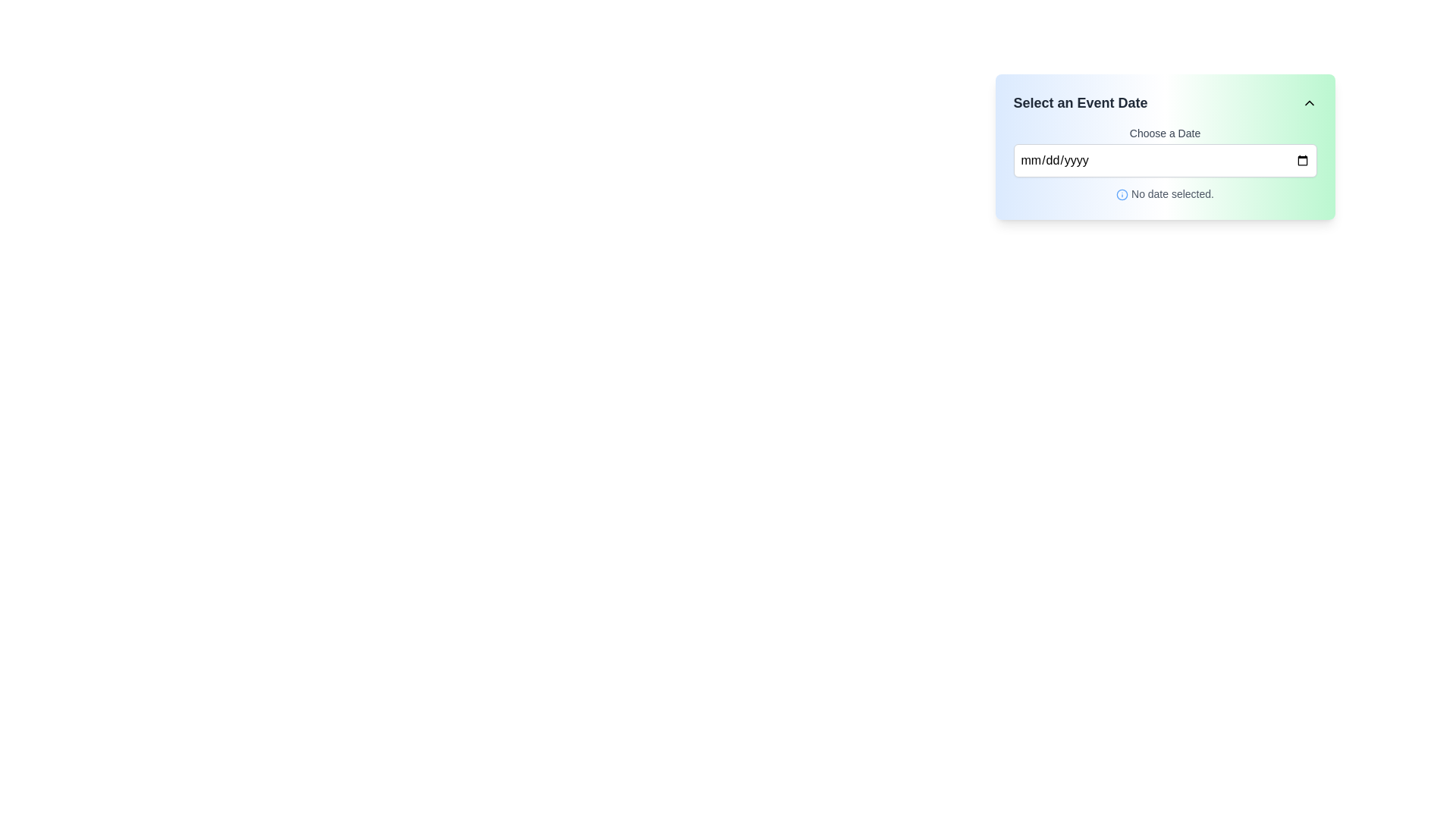 This screenshot has width=1456, height=819. Describe the element at coordinates (1122, 194) in the screenshot. I see `the minimalistic circular shape within the SVG graphic located at the top-right corner of the interface` at that location.